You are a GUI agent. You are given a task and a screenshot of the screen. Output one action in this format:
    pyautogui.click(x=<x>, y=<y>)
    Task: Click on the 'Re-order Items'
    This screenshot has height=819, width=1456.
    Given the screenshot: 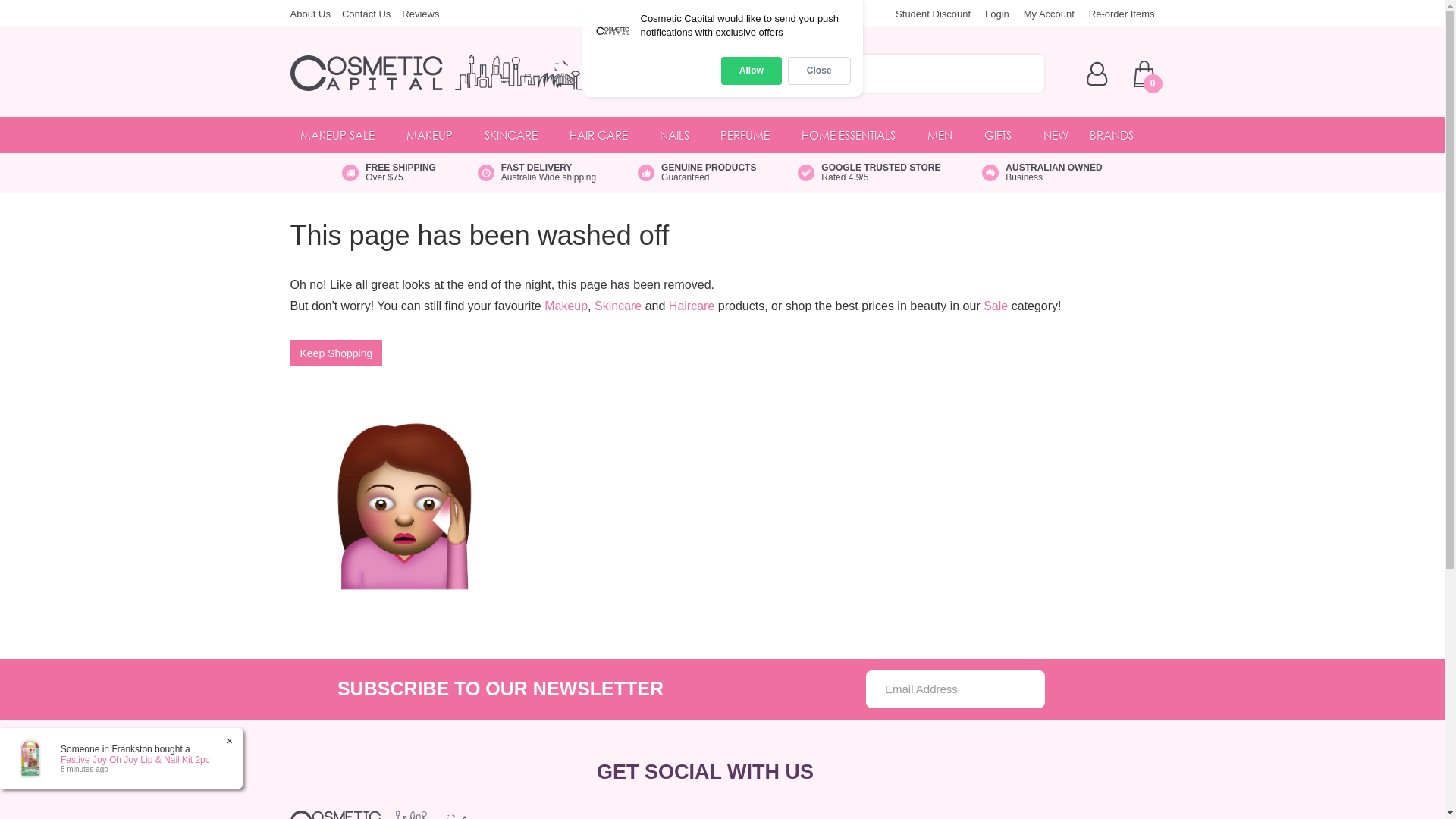 What is the action you would take?
    pyautogui.click(x=1122, y=14)
    